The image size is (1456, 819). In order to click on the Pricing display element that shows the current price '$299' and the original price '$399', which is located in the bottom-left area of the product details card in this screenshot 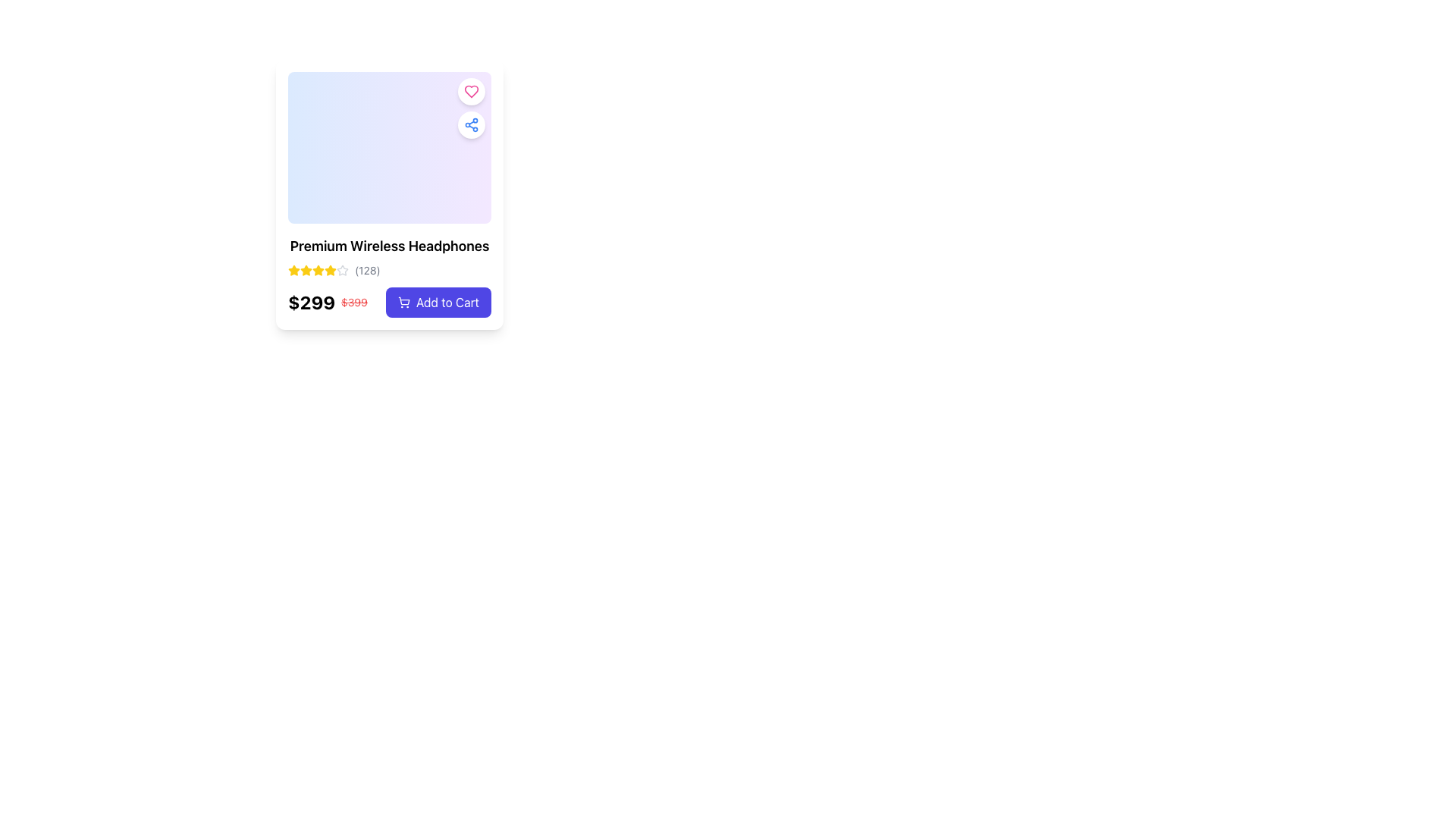, I will do `click(327, 302)`.